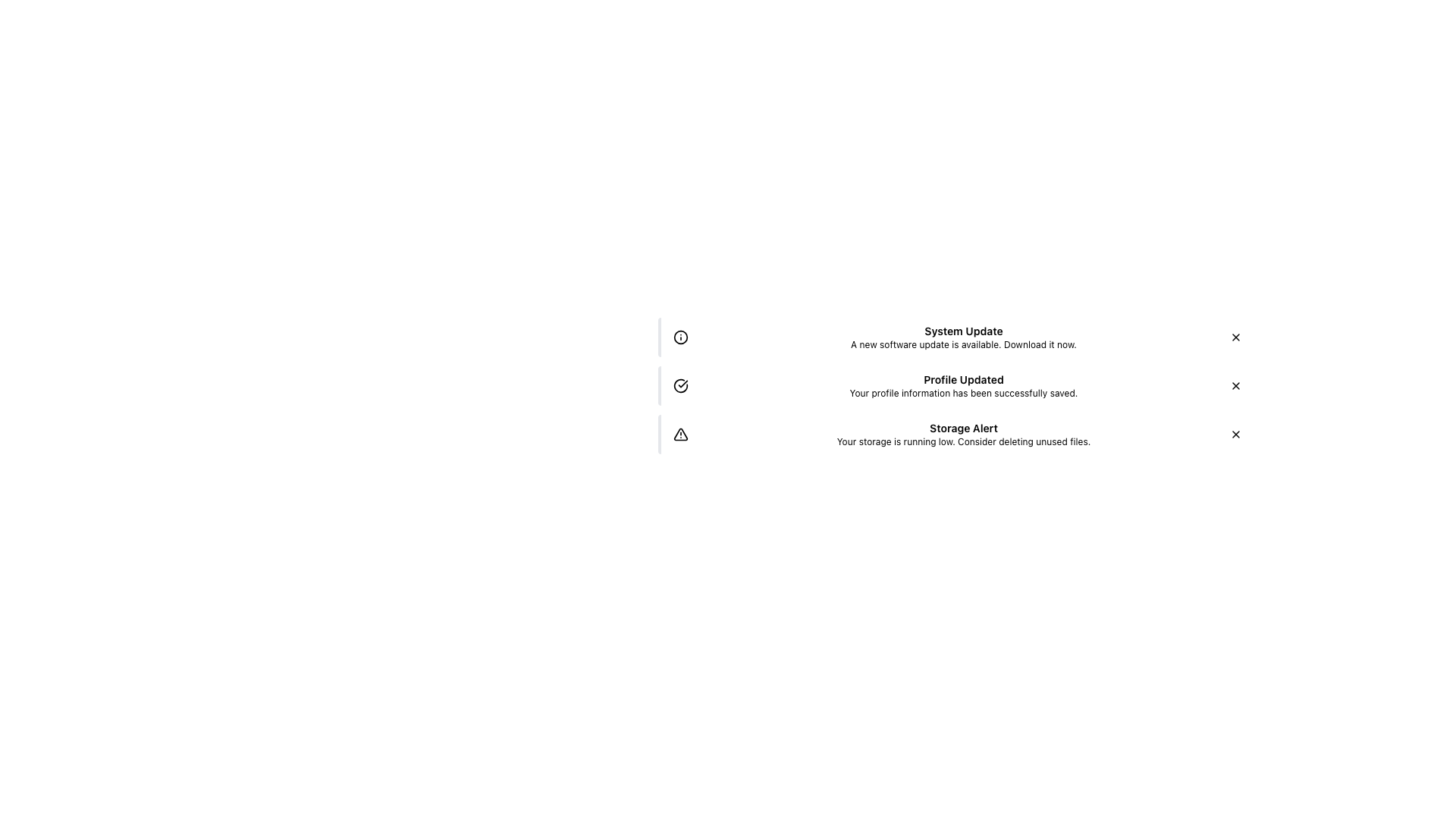 The width and height of the screenshot is (1456, 819). Describe the element at coordinates (963, 393) in the screenshot. I see `the static text element that states 'Your profile information has been successfully saved.' which is displayed in a smaller font size and a subtle red color, located below the 'Profile Updated' message` at that location.